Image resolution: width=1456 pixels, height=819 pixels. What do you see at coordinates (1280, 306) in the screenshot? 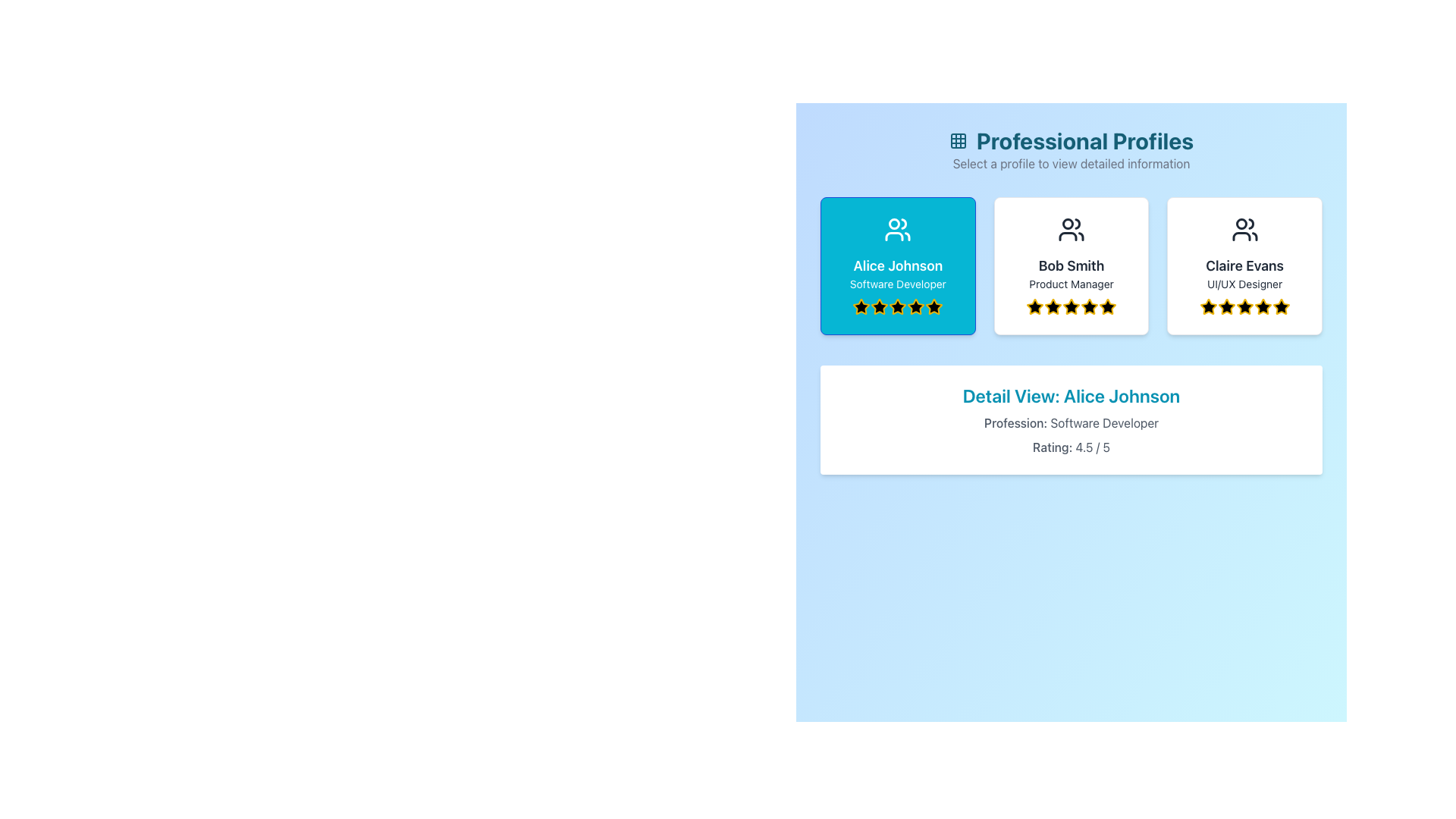
I see `the fifth star icon that indicates the rating point for Claire Evans, located in the upper-right card of the Professional Profiles section` at bounding box center [1280, 306].